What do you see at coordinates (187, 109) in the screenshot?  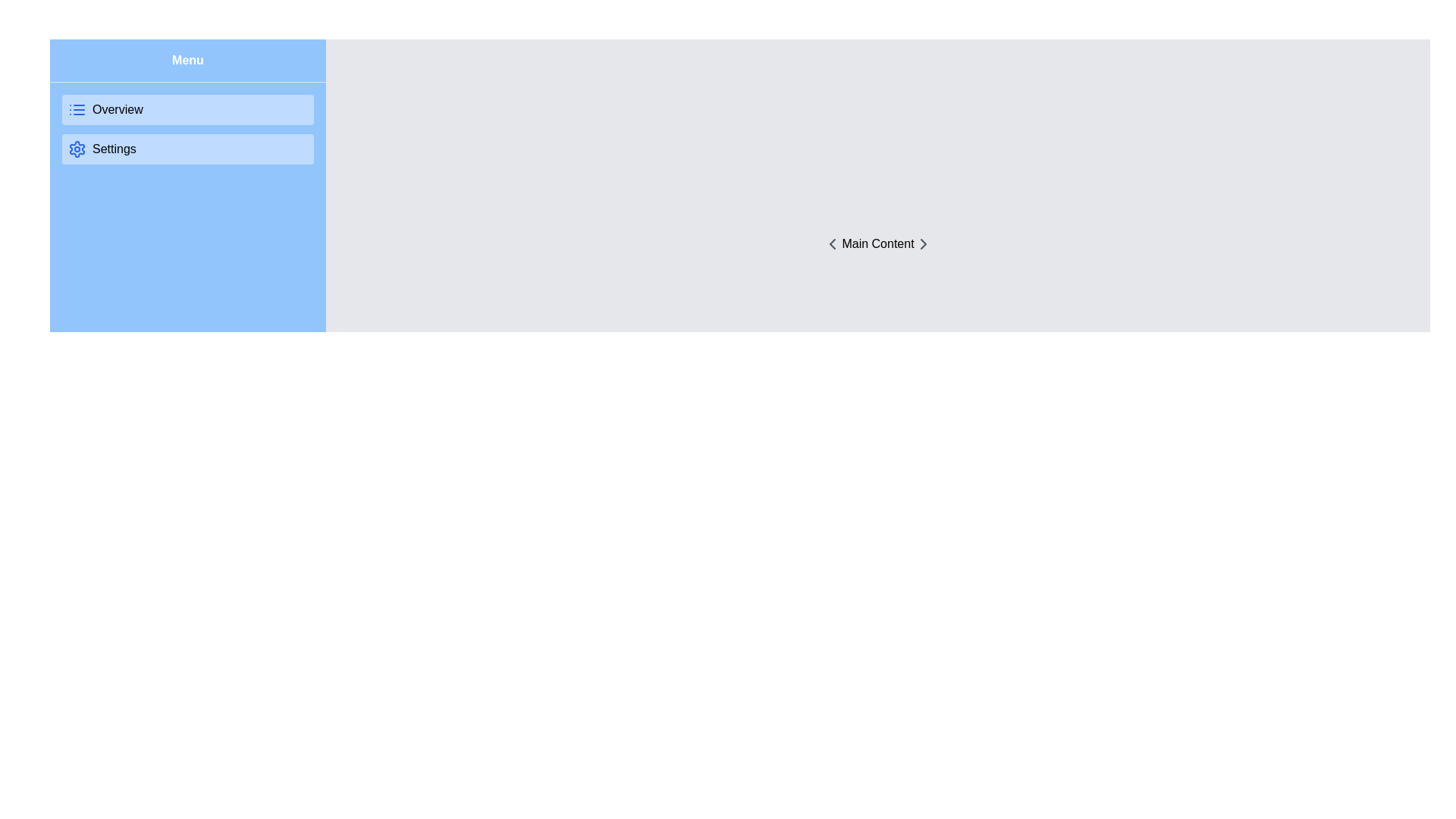 I see `the first button in the vertical menu on the left side of the interface` at bounding box center [187, 109].